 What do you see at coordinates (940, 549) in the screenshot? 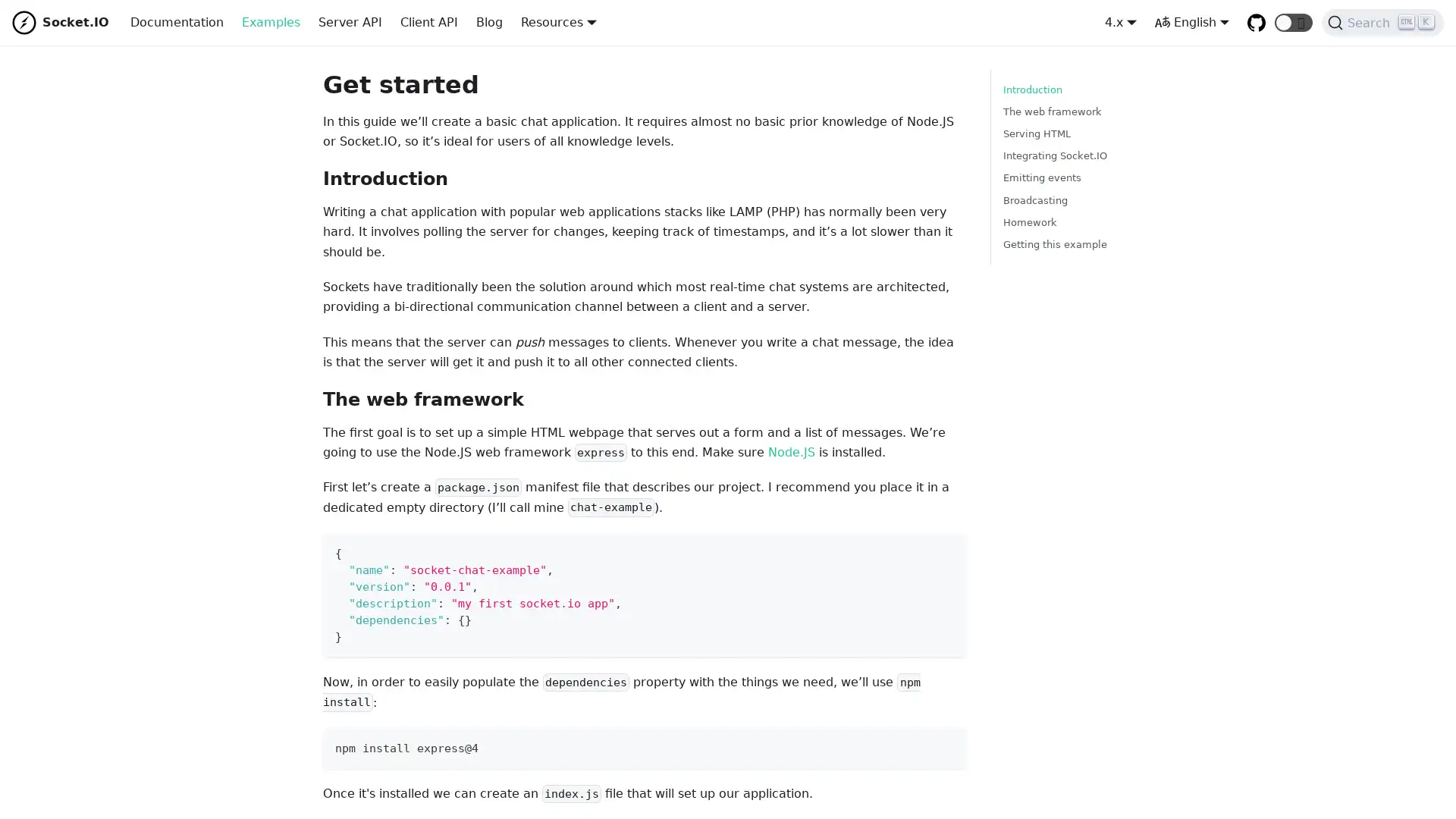
I see `Copy code to clipboard` at bounding box center [940, 549].